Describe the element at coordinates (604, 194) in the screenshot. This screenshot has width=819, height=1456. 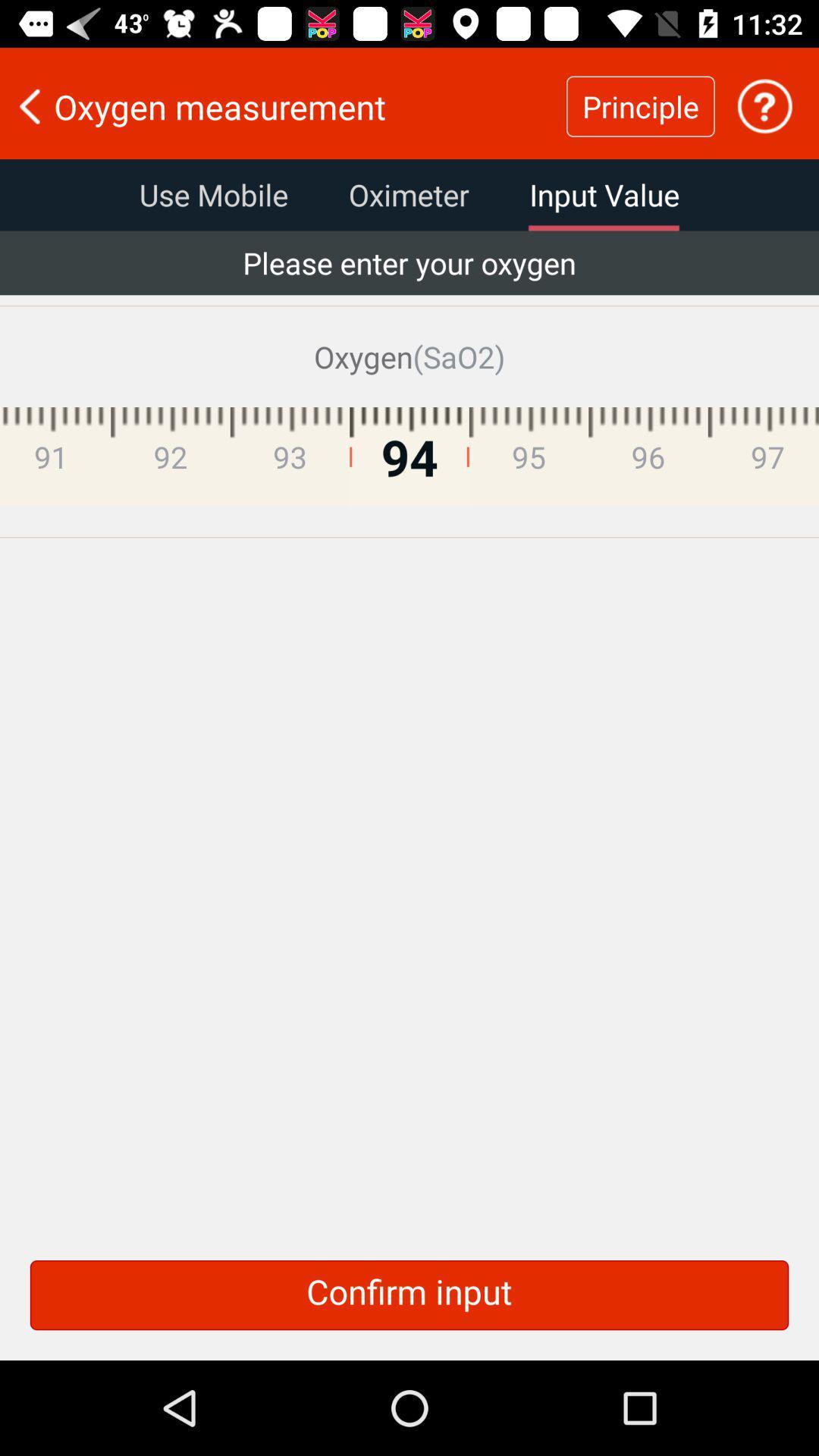
I see `the item below oxygen measurement icon` at that location.